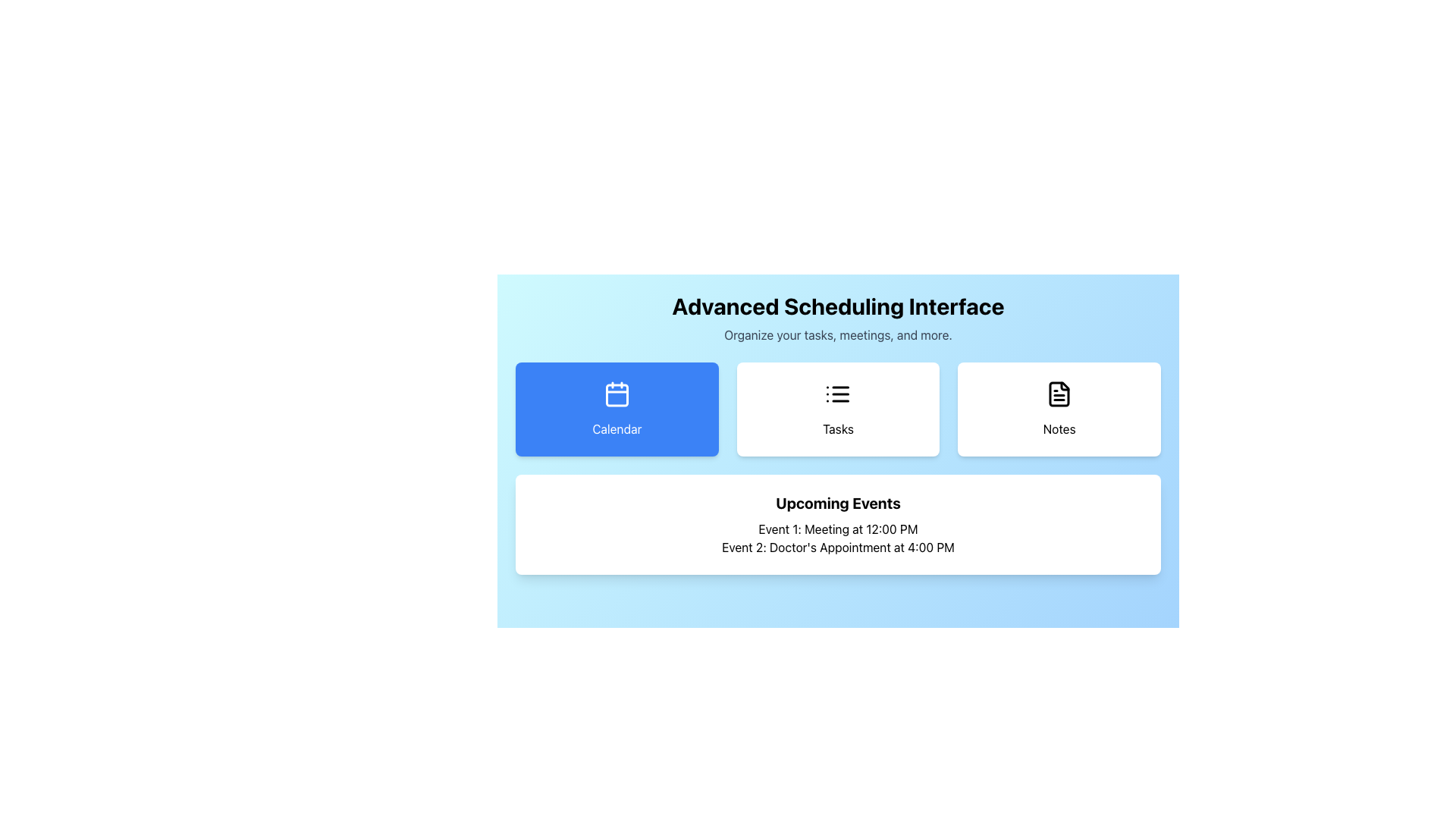 The image size is (1456, 819). Describe the element at coordinates (837, 394) in the screenshot. I see `the list icon with three horizontal lines located above the 'Tasks' text in the center of the white card` at that location.